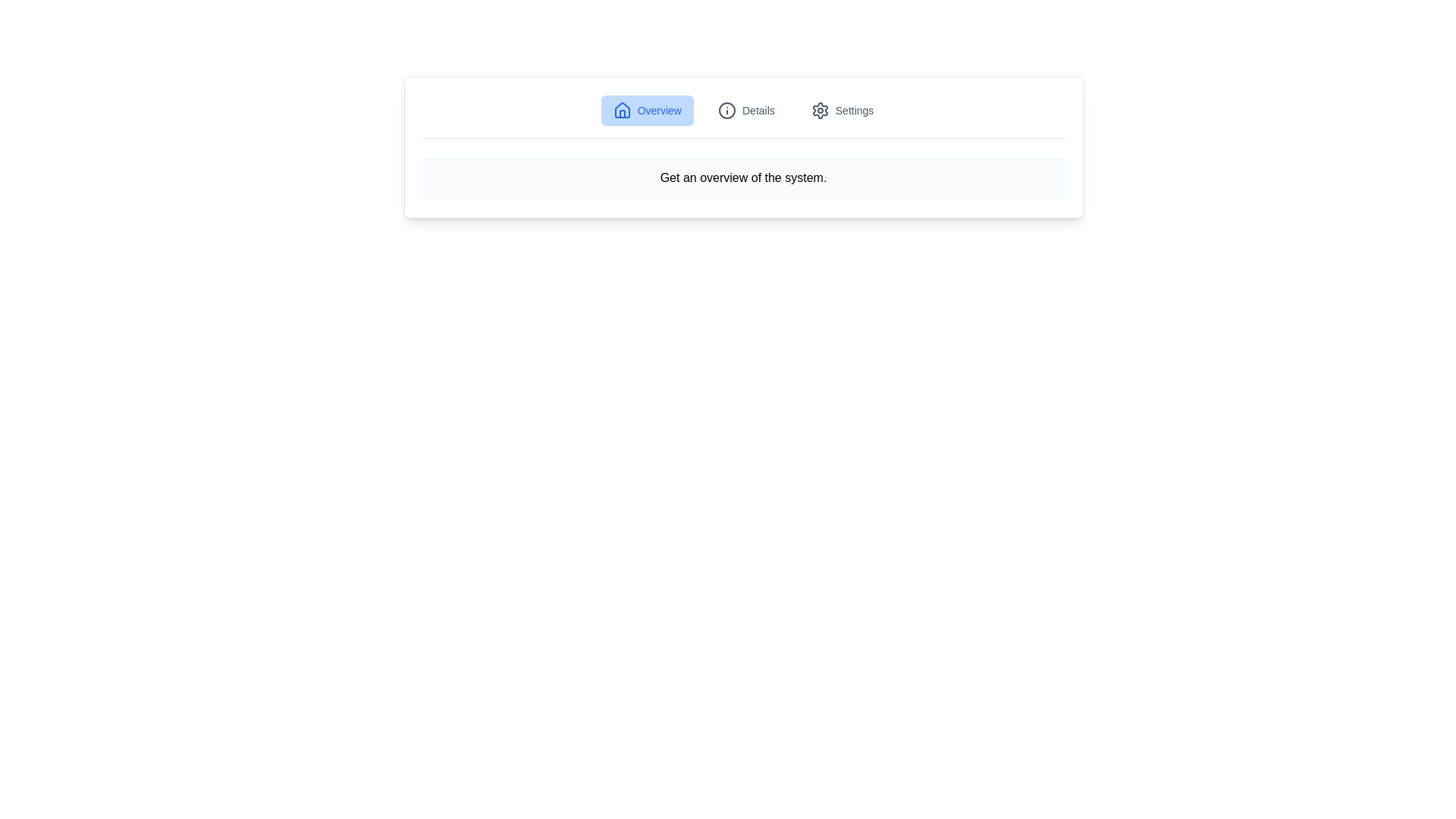  What do you see at coordinates (746, 110) in the screenshot?
I see `the 'Details' button located between the 'Overview' button and the 'Settings' button in the horizontal navigation bar` at bounding box center [746, 110].